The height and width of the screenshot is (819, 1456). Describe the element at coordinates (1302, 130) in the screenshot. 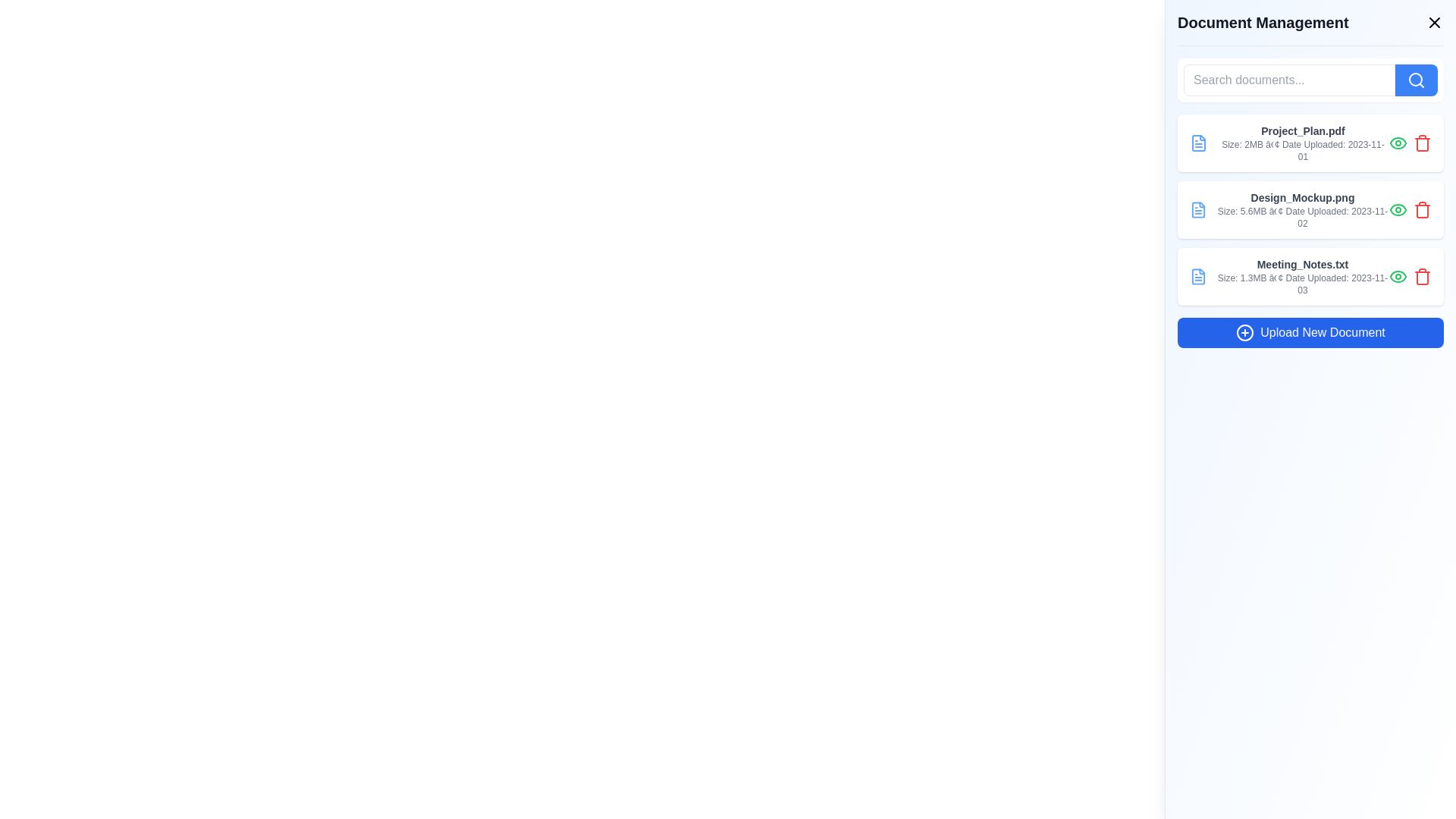

I see `the static text label displaying 'Project_Plan.pdf', which is bold, gray, and located at the top of a file entry in the document management panel` at that location.